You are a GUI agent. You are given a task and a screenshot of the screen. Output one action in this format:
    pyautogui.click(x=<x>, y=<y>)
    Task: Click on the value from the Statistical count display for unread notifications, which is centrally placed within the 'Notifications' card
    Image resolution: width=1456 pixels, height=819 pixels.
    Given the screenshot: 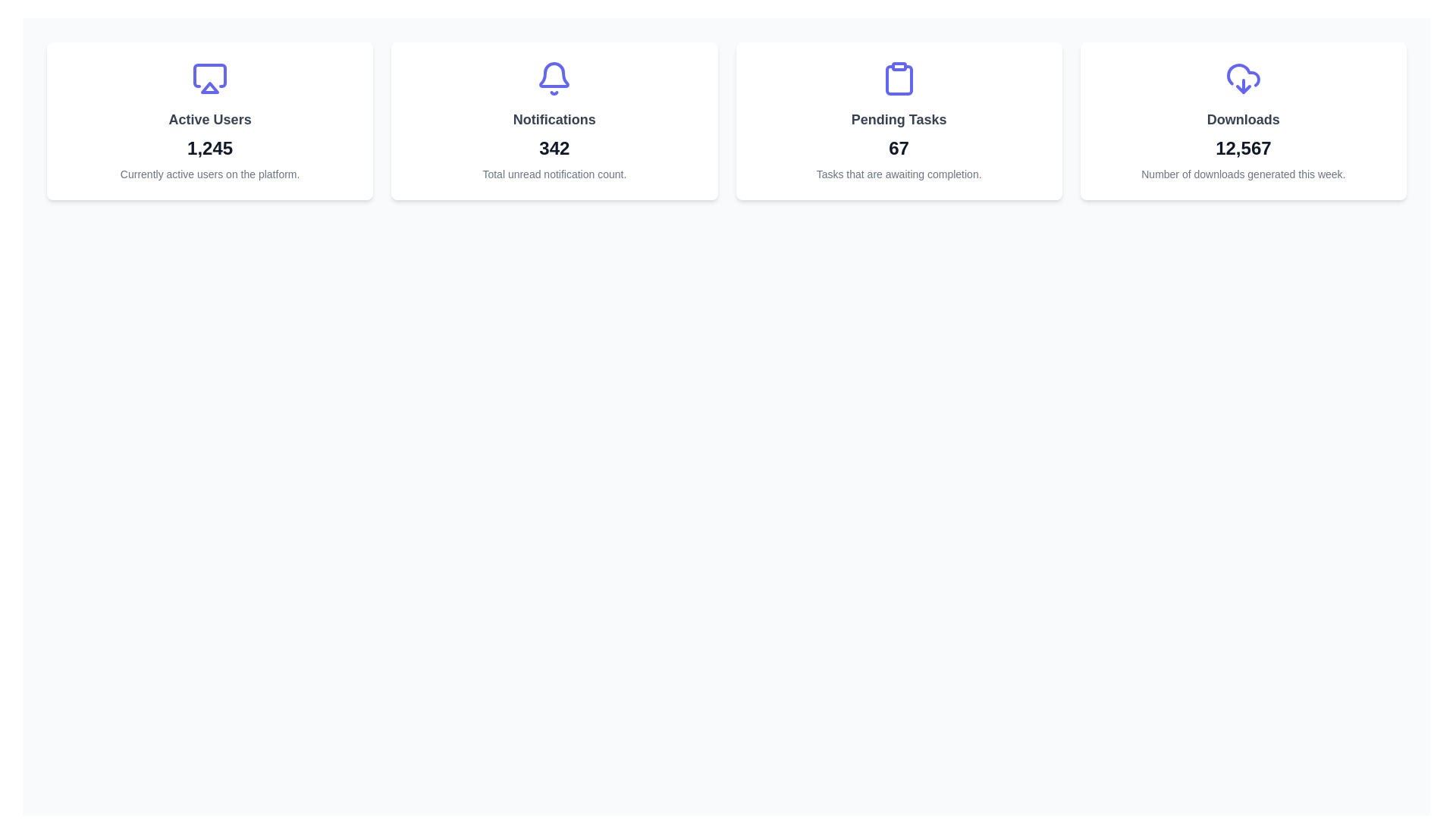 What is the action you would take?
    pyautogui.click(x=554, y=149)
    